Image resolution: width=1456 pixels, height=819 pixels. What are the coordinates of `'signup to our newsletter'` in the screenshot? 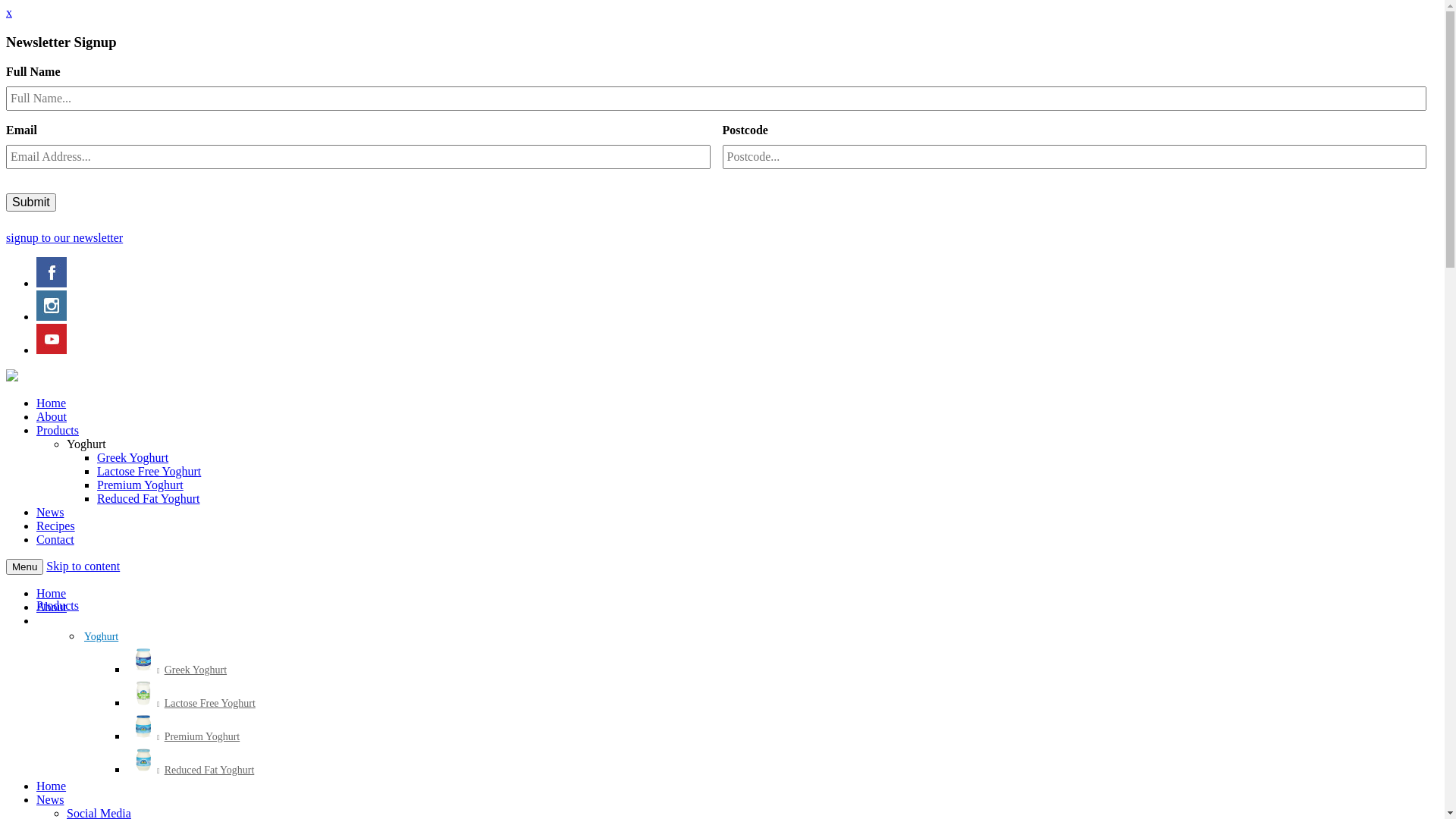 It's located at (64, 237).